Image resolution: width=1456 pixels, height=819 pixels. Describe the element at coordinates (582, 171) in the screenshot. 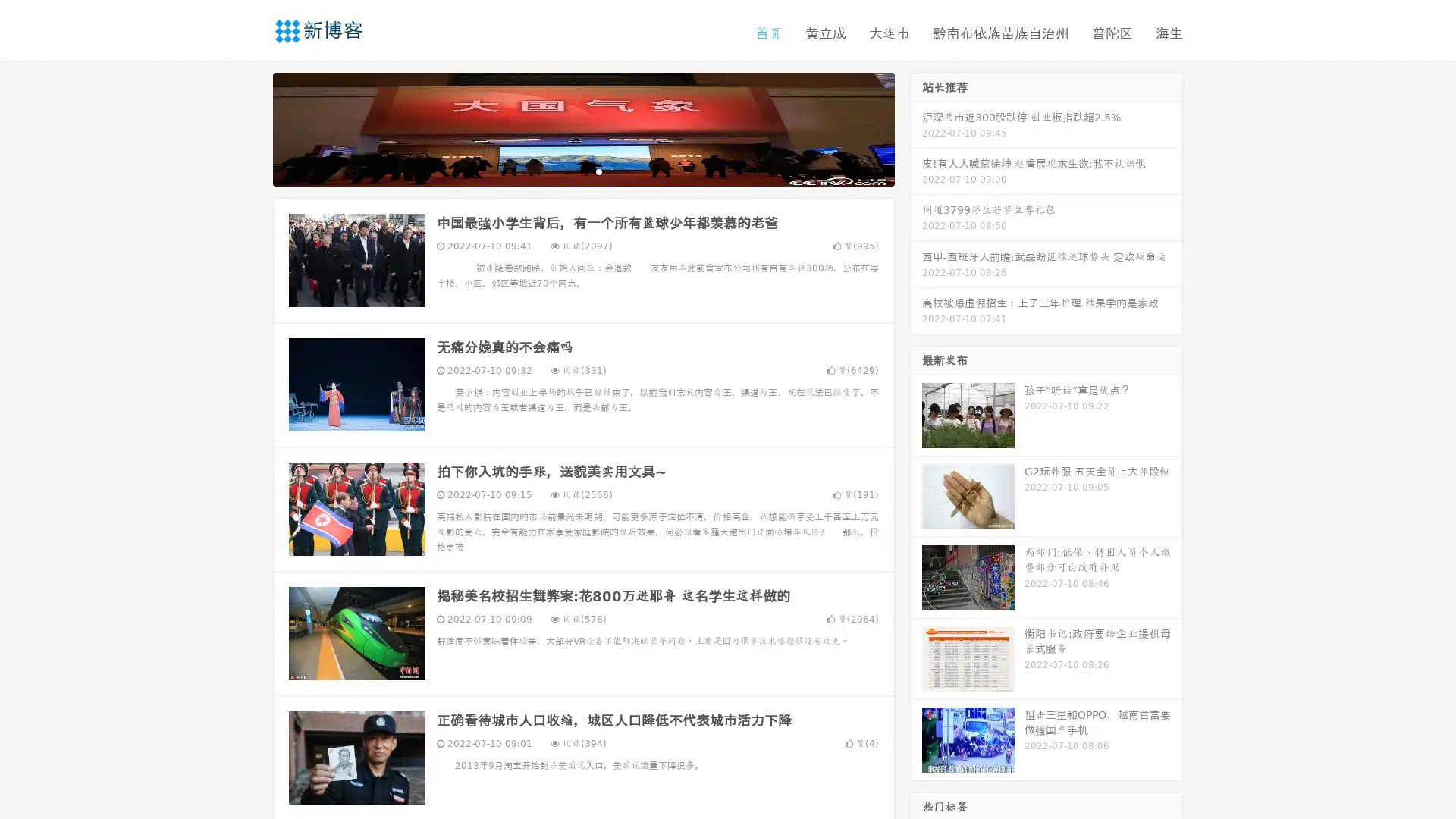

I see `Go to slide 2` at that location.